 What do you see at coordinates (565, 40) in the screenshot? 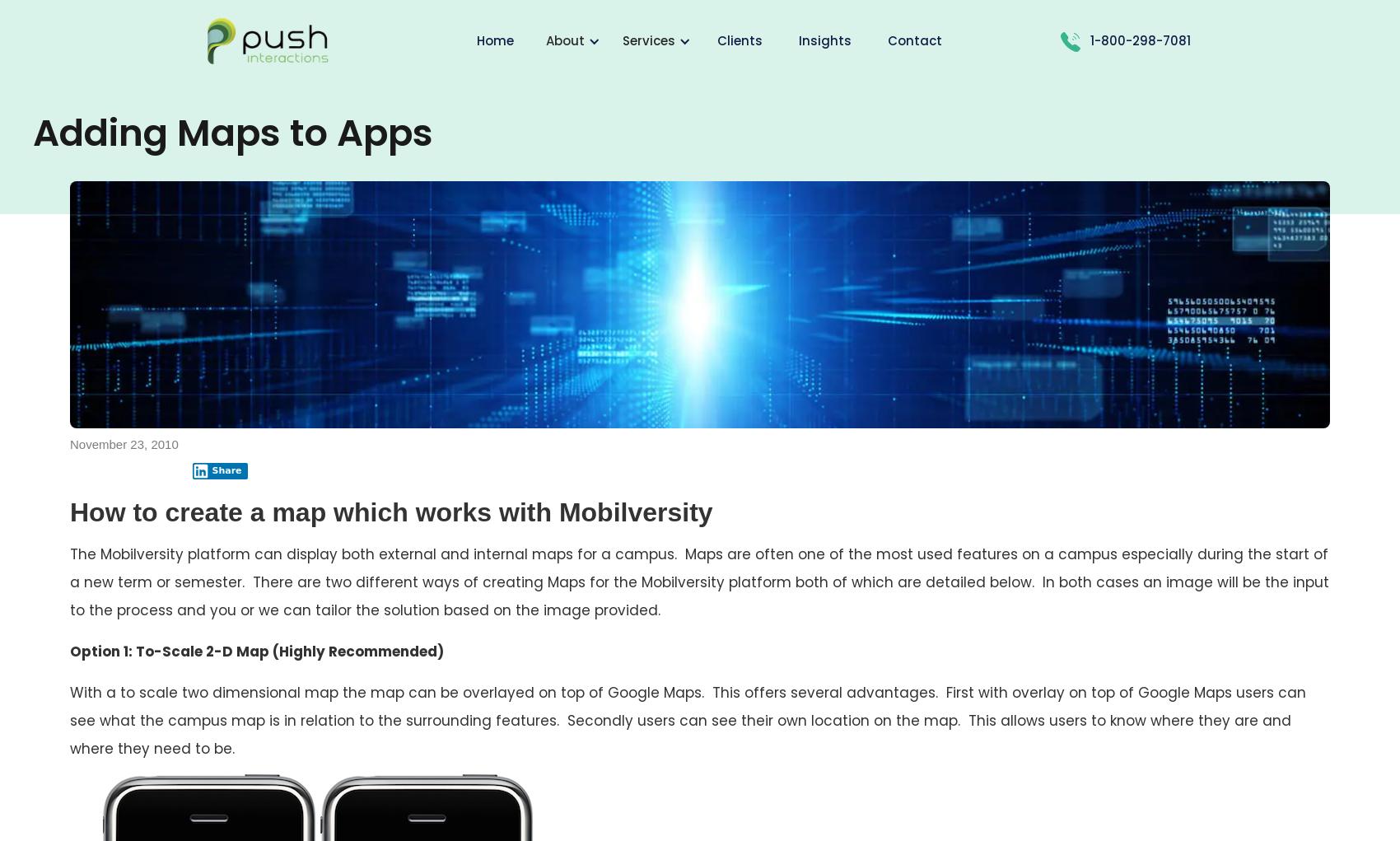
I see `'About'` at bounding box center [565, 40].